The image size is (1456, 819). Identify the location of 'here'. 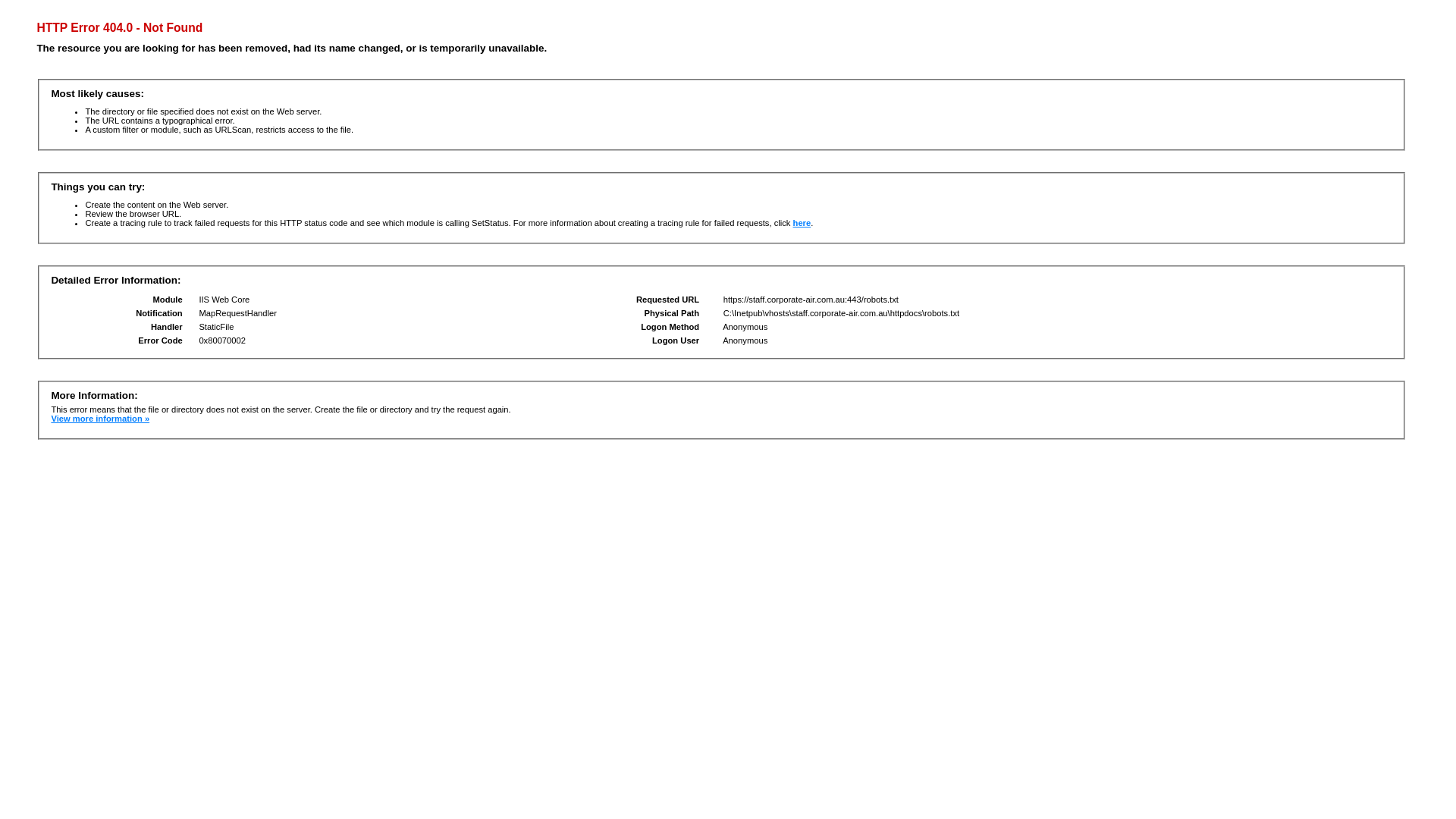
(801, 222).